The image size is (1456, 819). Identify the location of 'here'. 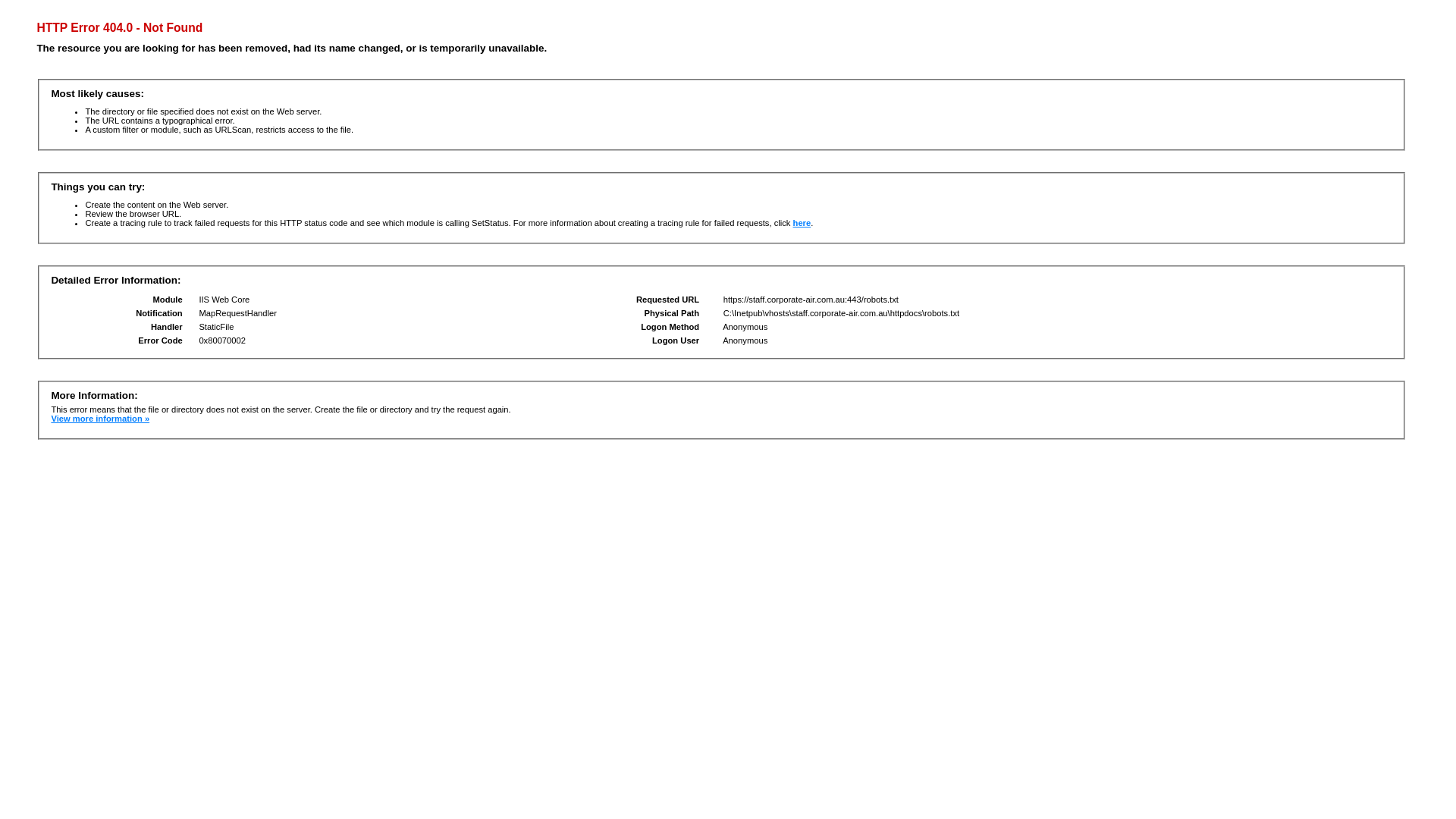
(801, 222).